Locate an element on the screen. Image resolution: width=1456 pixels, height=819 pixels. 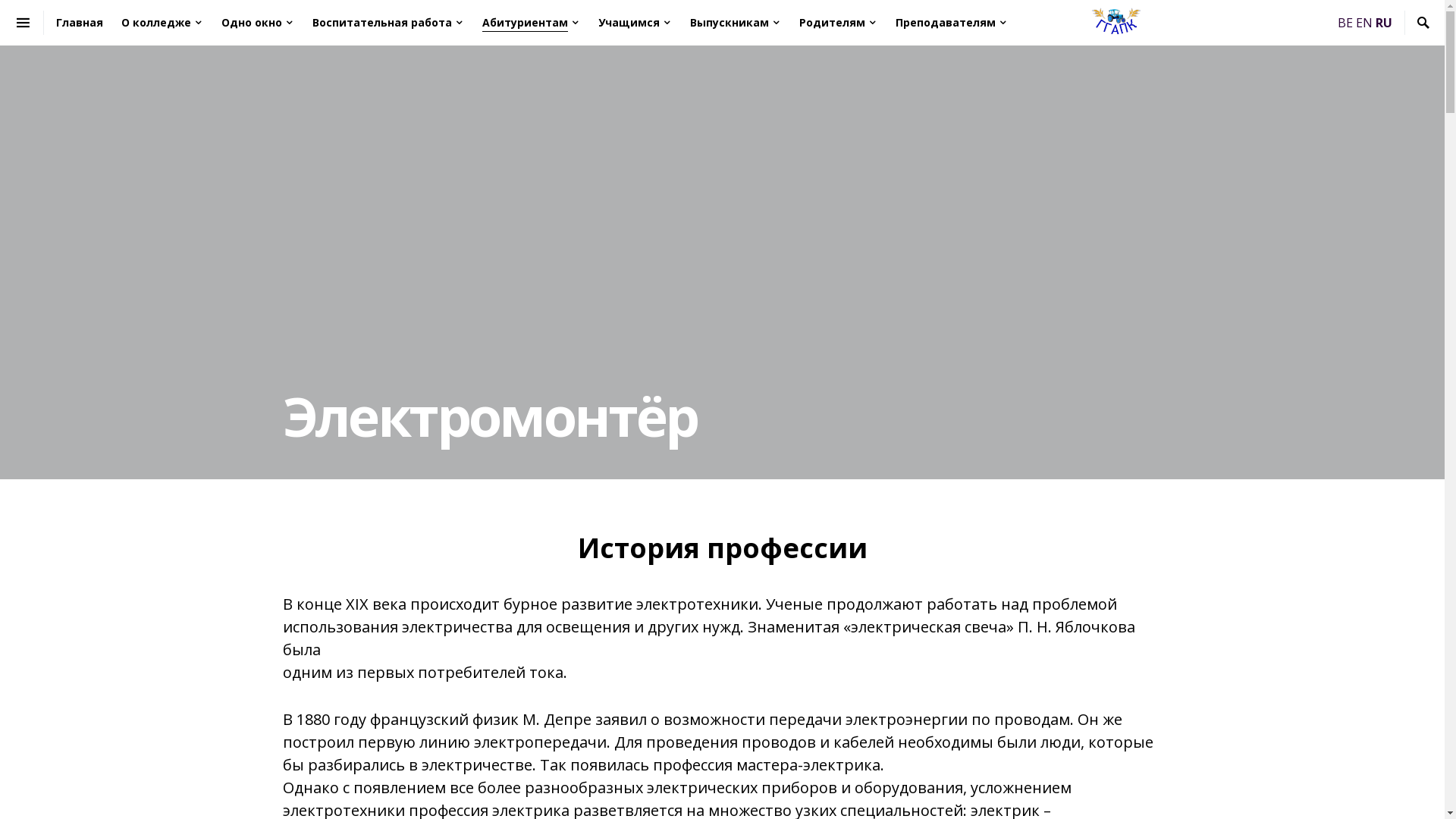
'BE' is located at coordinates (1345, 22).